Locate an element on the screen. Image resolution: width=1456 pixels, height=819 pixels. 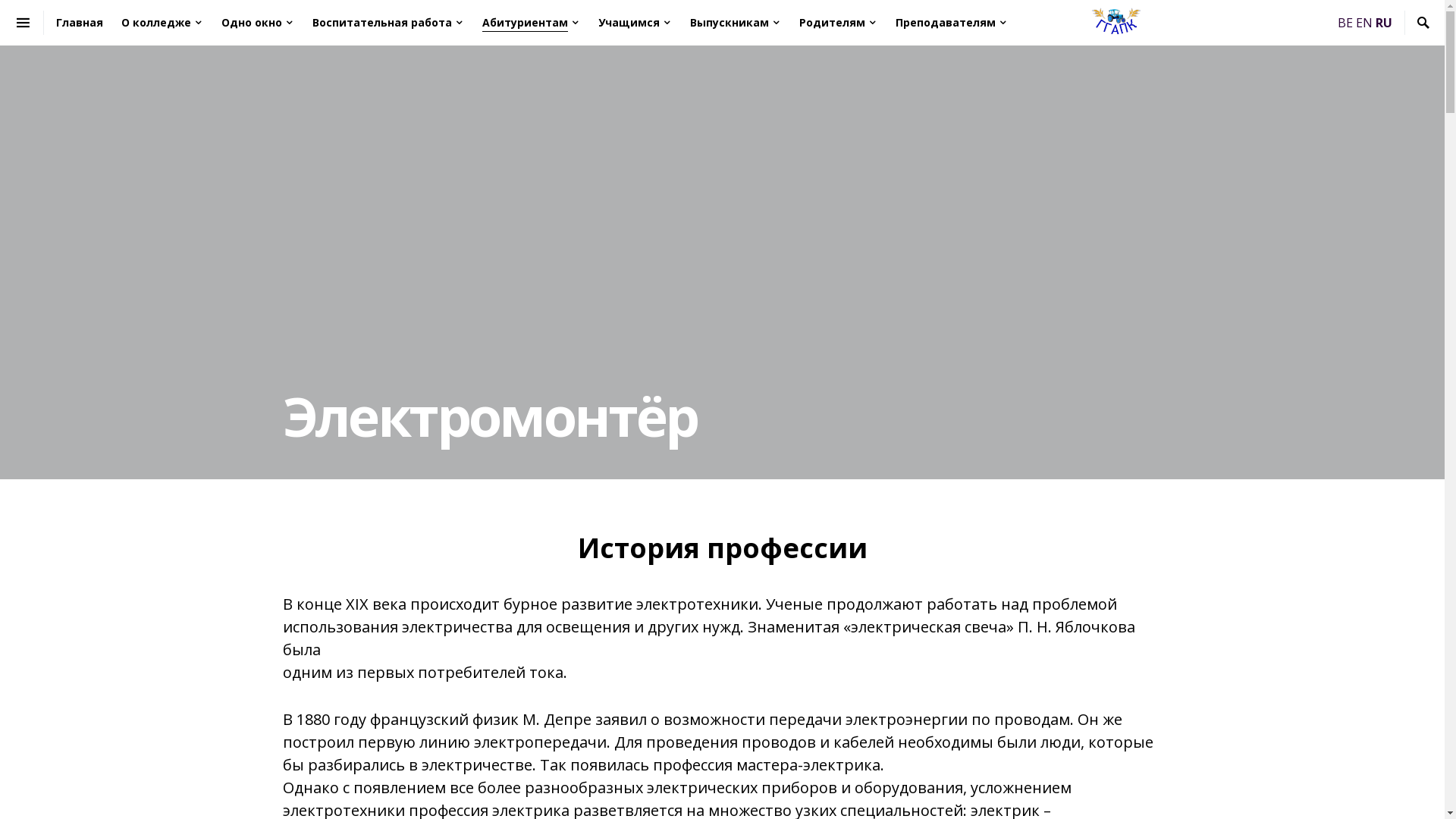
'BE' is located at coordinates (1345, 22).